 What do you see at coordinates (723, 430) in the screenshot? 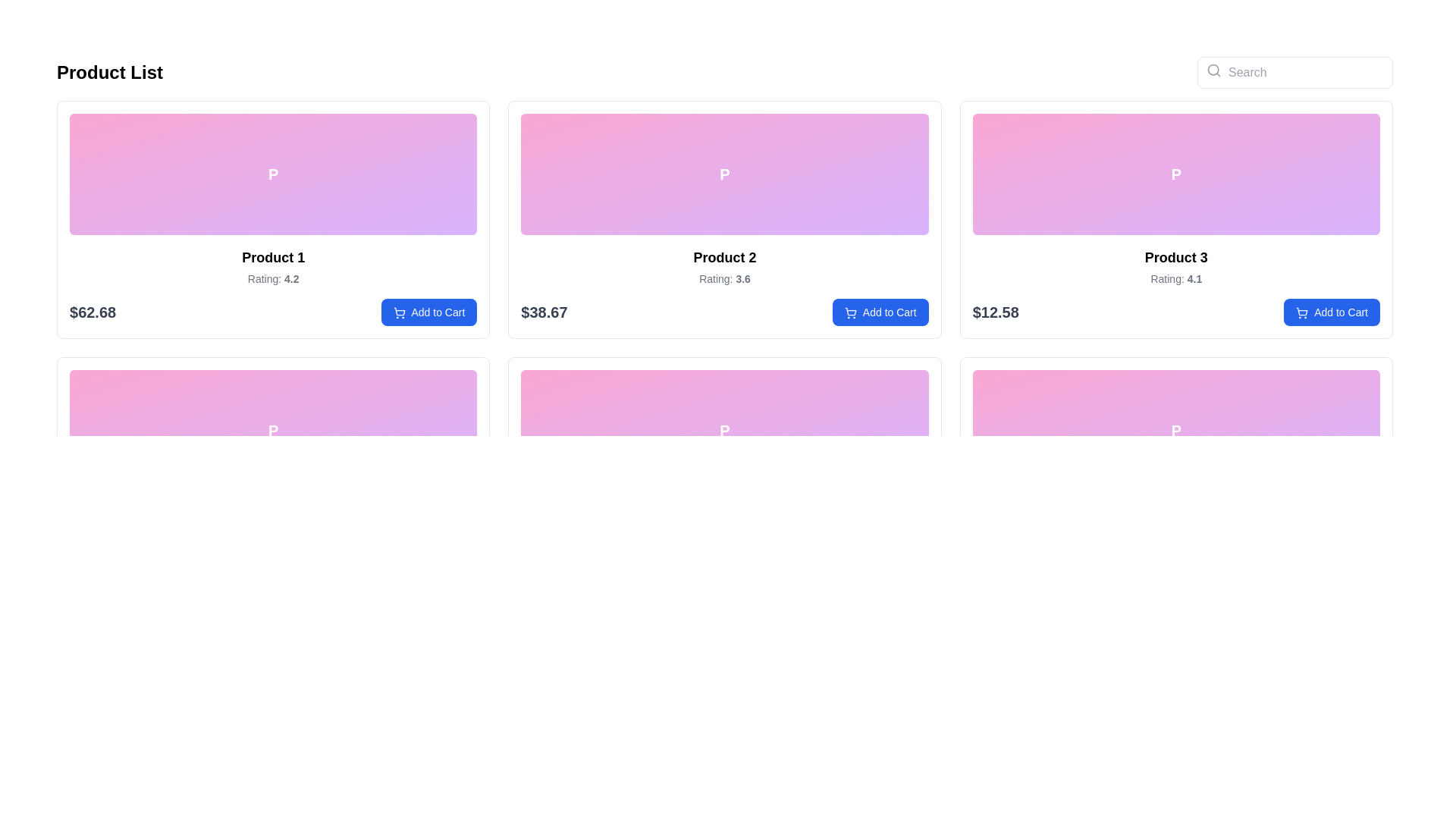
I see `the static graphical representation of the product image for 'Product 5', located in the middle of the second row of products` at bounding box center [723, 430].